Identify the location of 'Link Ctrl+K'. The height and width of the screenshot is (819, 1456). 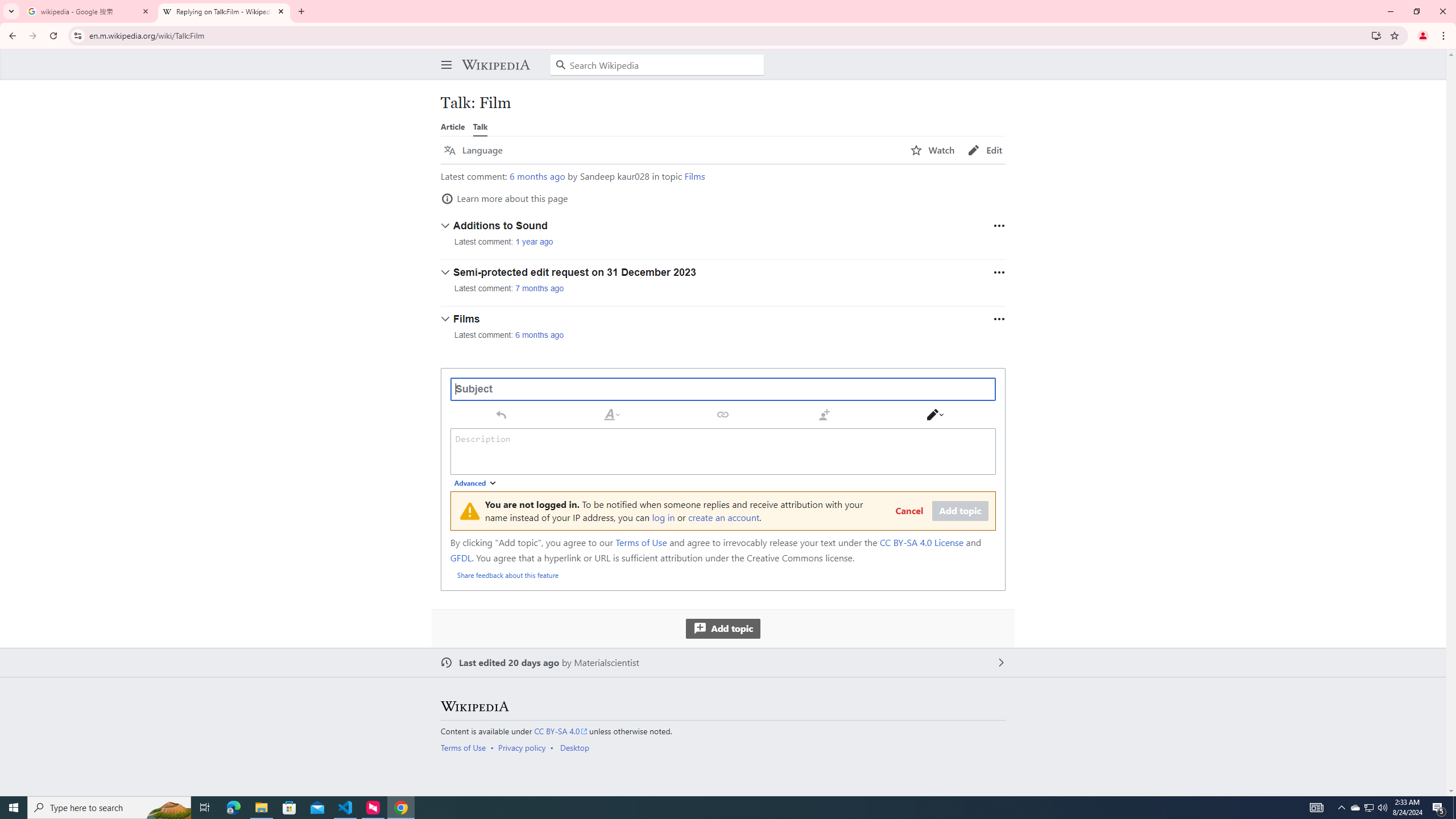
(723, 413).